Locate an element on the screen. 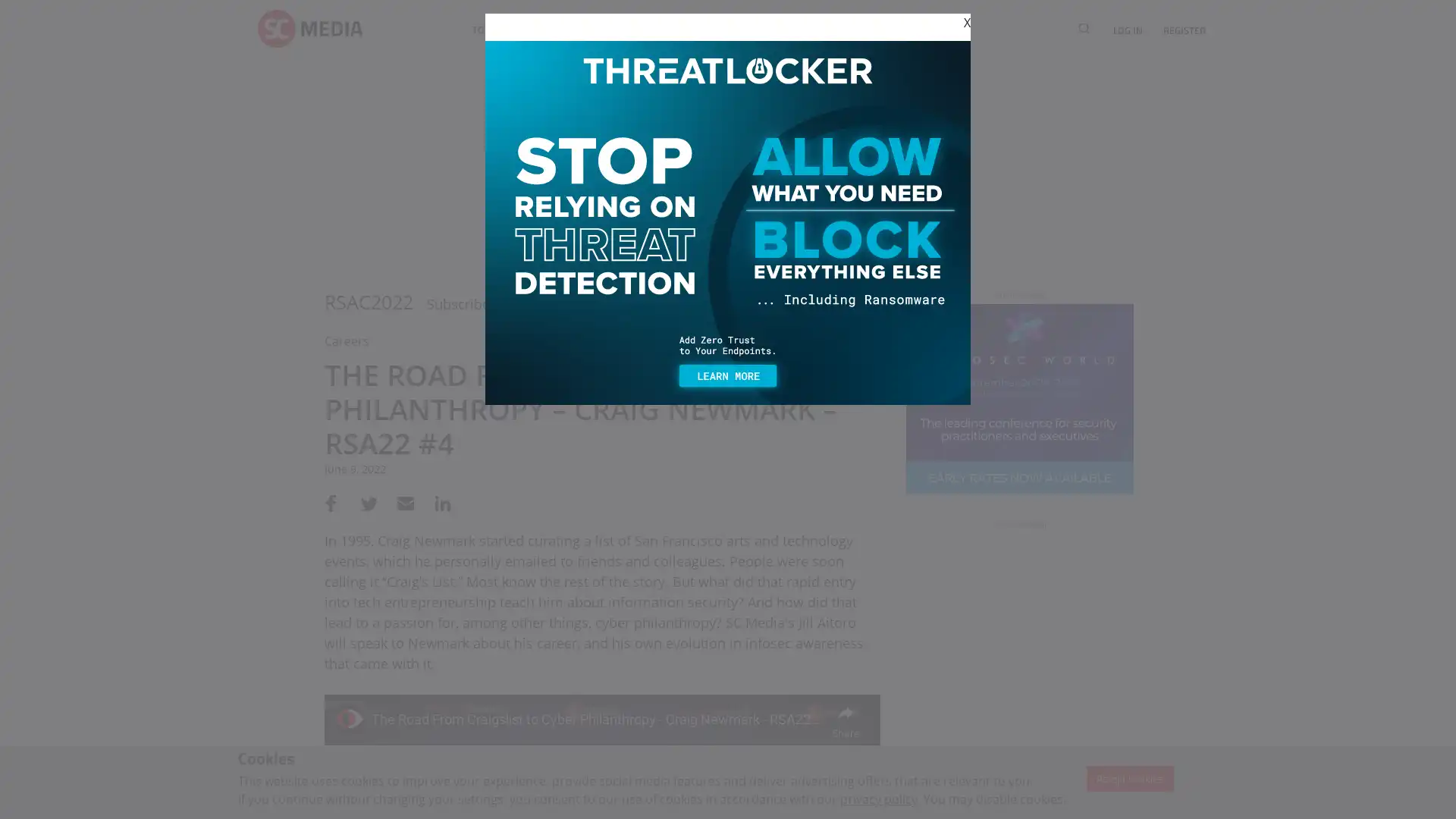  REGISTER is located at coordinates (1178, 30).